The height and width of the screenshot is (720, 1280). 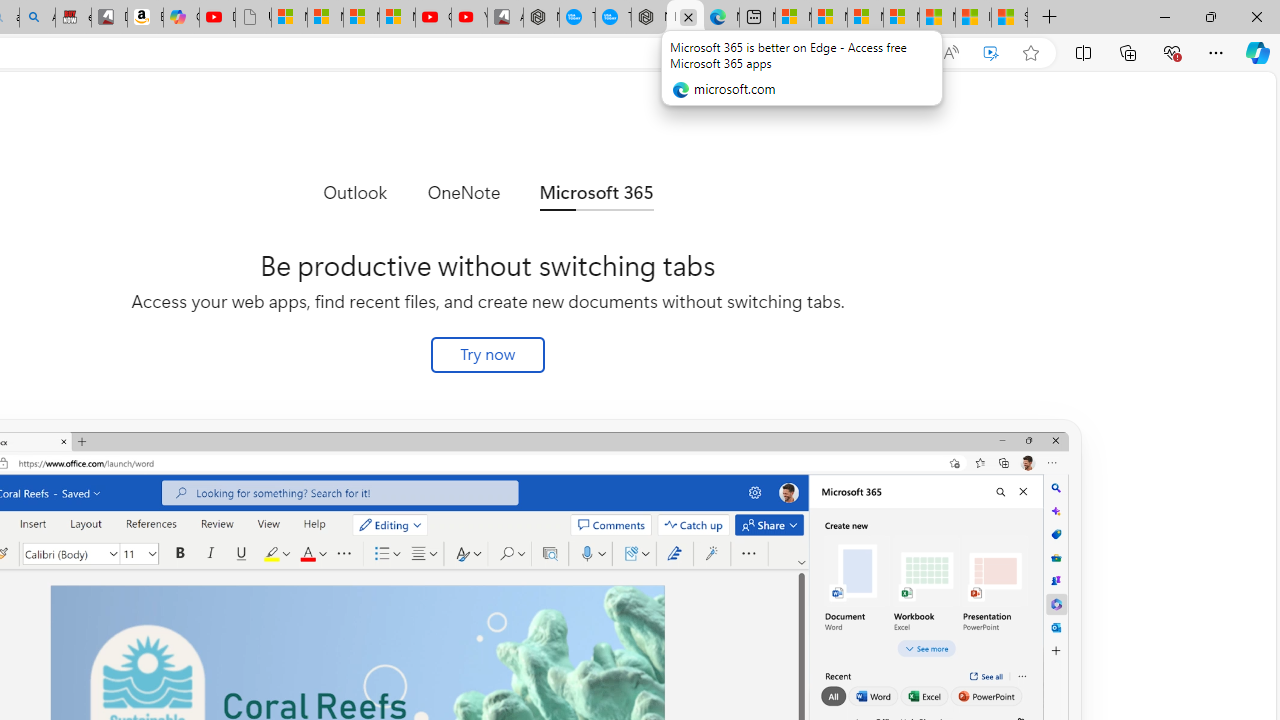 I want to click on 'Amazon Echo Dot PNG - Search Images', so click(x=37, y=17).